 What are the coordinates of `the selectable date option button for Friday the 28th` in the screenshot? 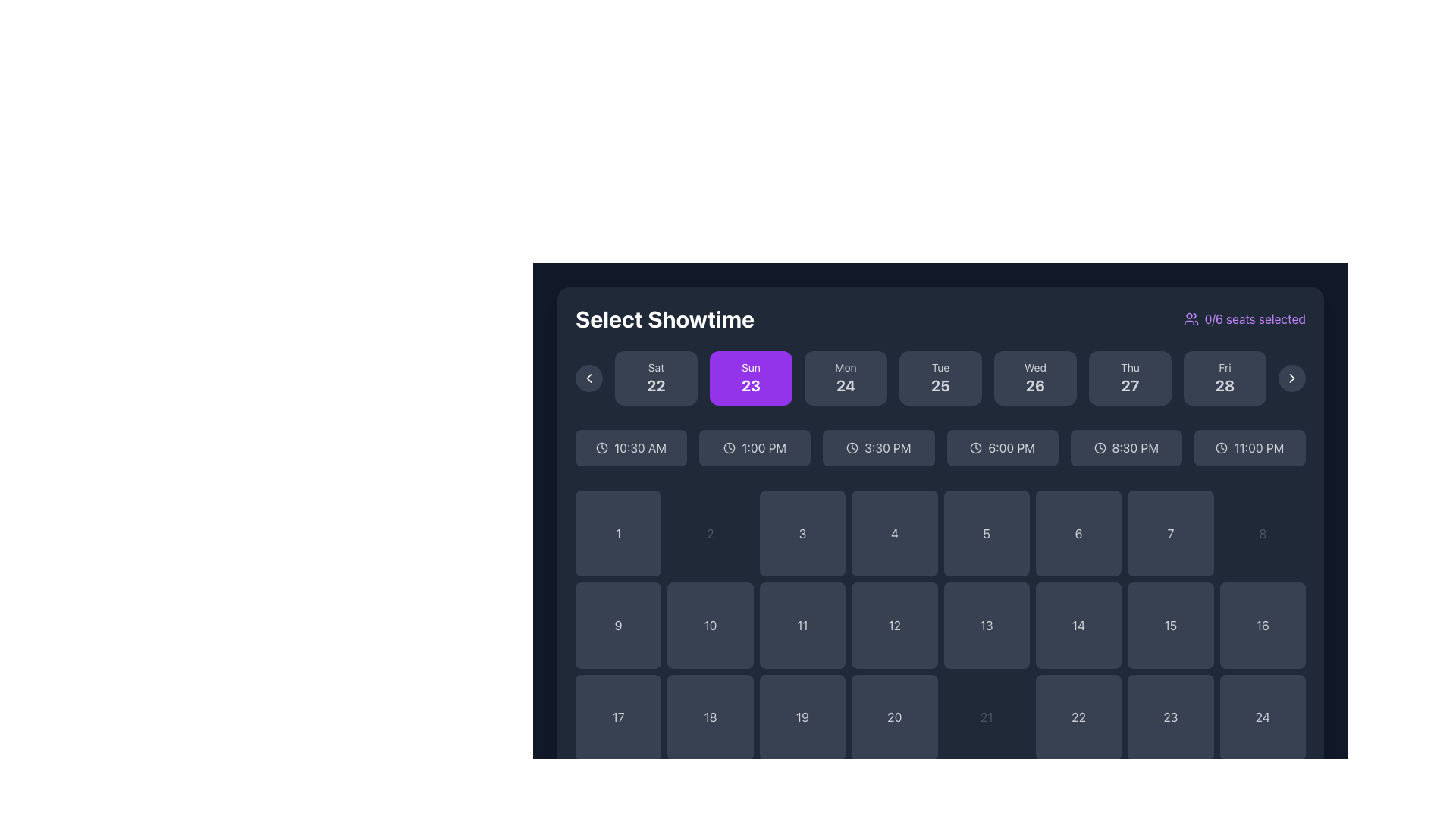 It's located at (1225, 377).